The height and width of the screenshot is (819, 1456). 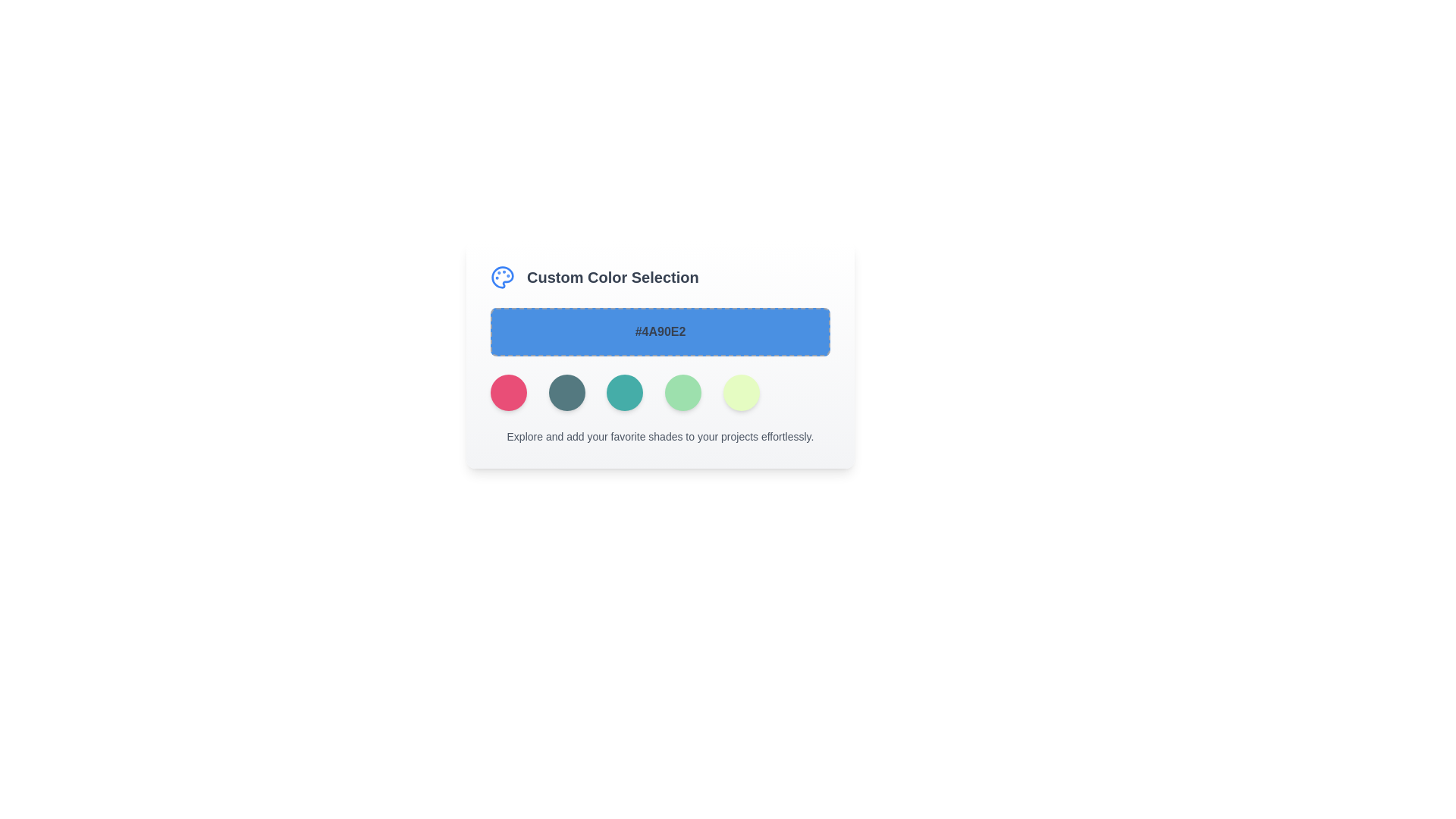 I want to click on the fifth circular button in a horizontal row of six buttons, so click(x=741, y=391).